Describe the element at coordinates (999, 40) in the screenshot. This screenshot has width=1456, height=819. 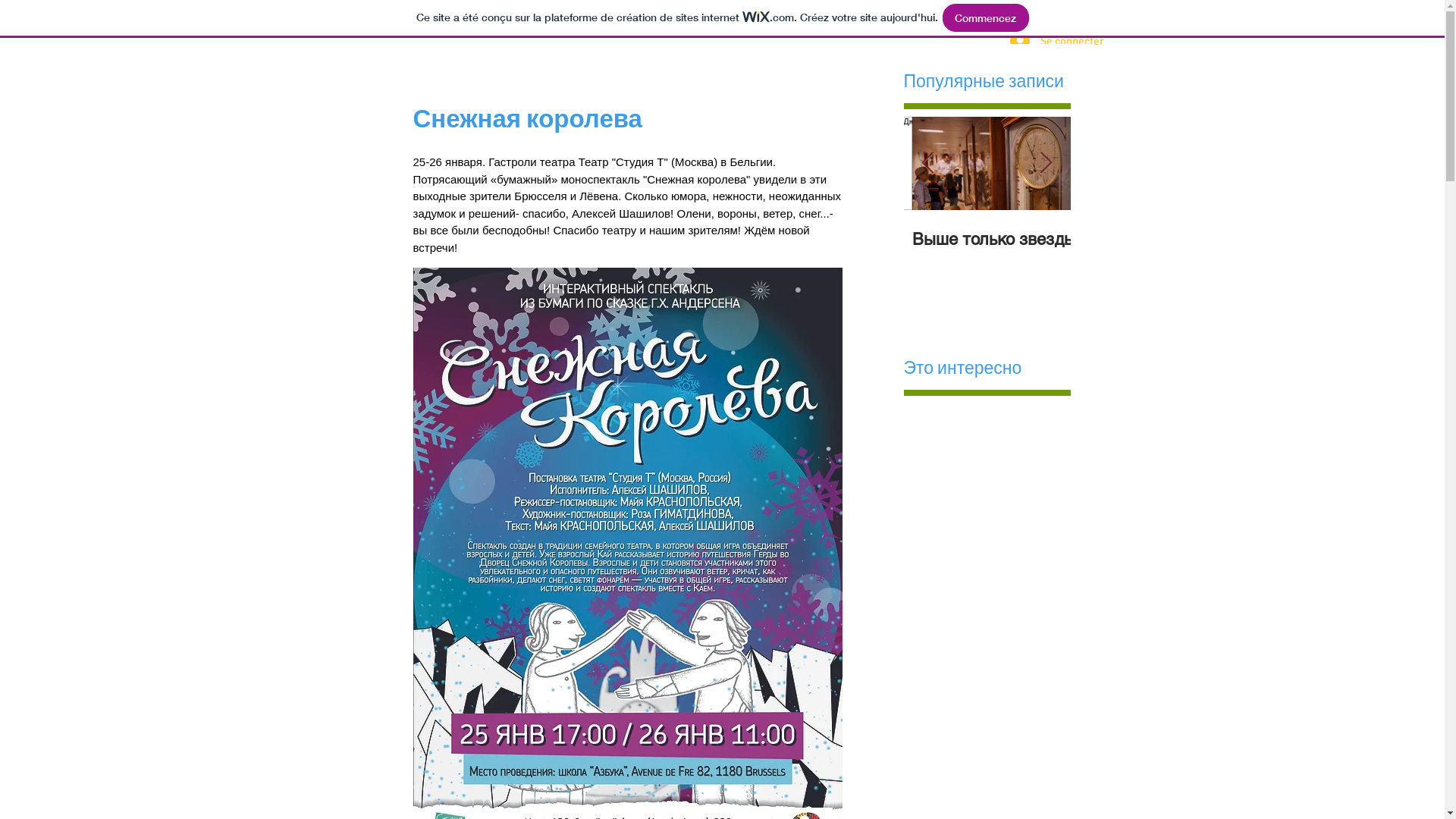
I see `'Se connecter'` at that location.